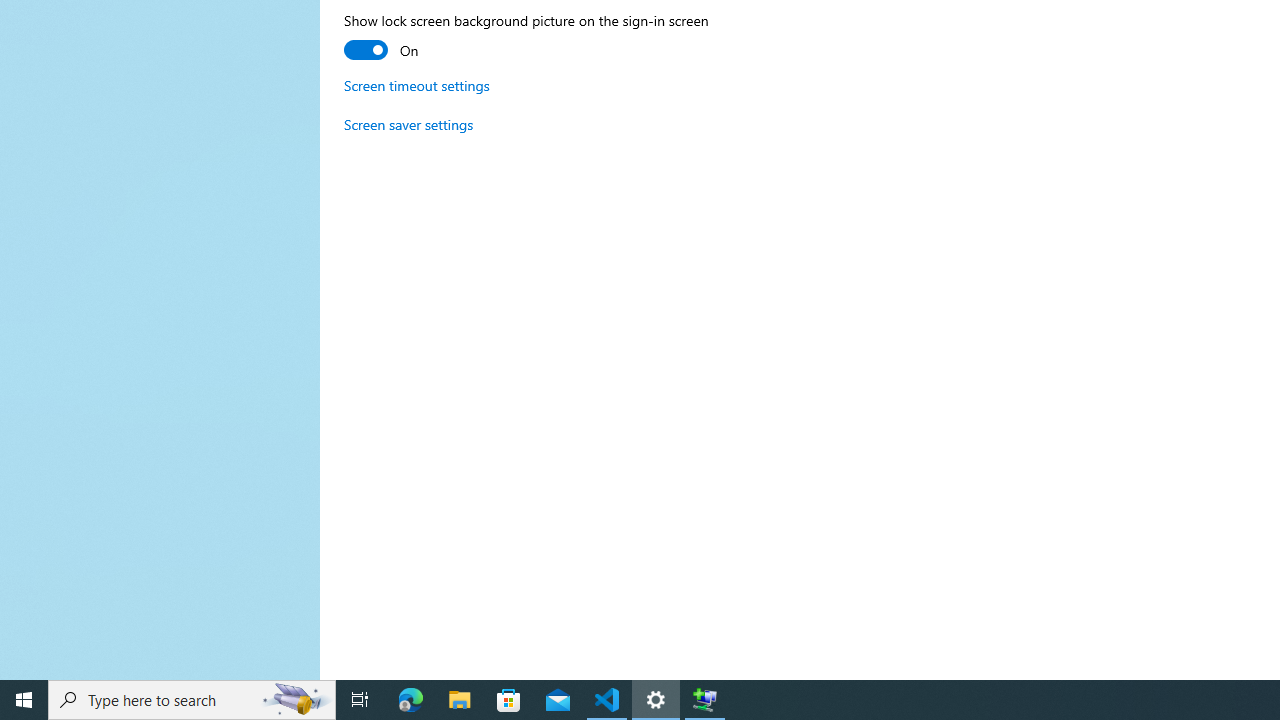  I want to click on 'Extensible Wizards Host Process - 1 running window', so click(705, 698).